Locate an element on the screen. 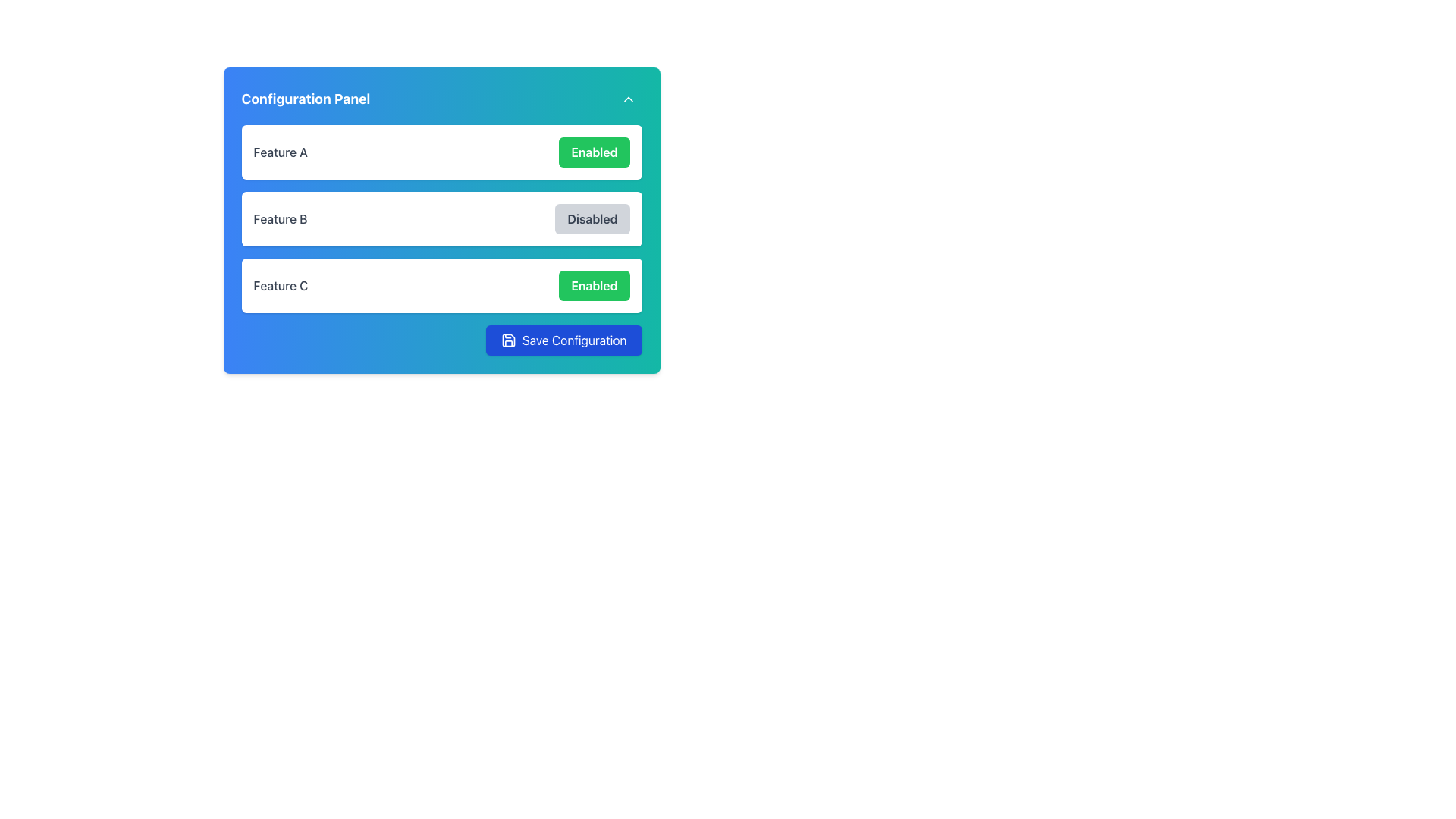  the gray rectangular button labeled 'Disabled' located on the right side of the row labeled 'Feature B' in the configuration panel to attempt an action is located at coordinates (591, 219).